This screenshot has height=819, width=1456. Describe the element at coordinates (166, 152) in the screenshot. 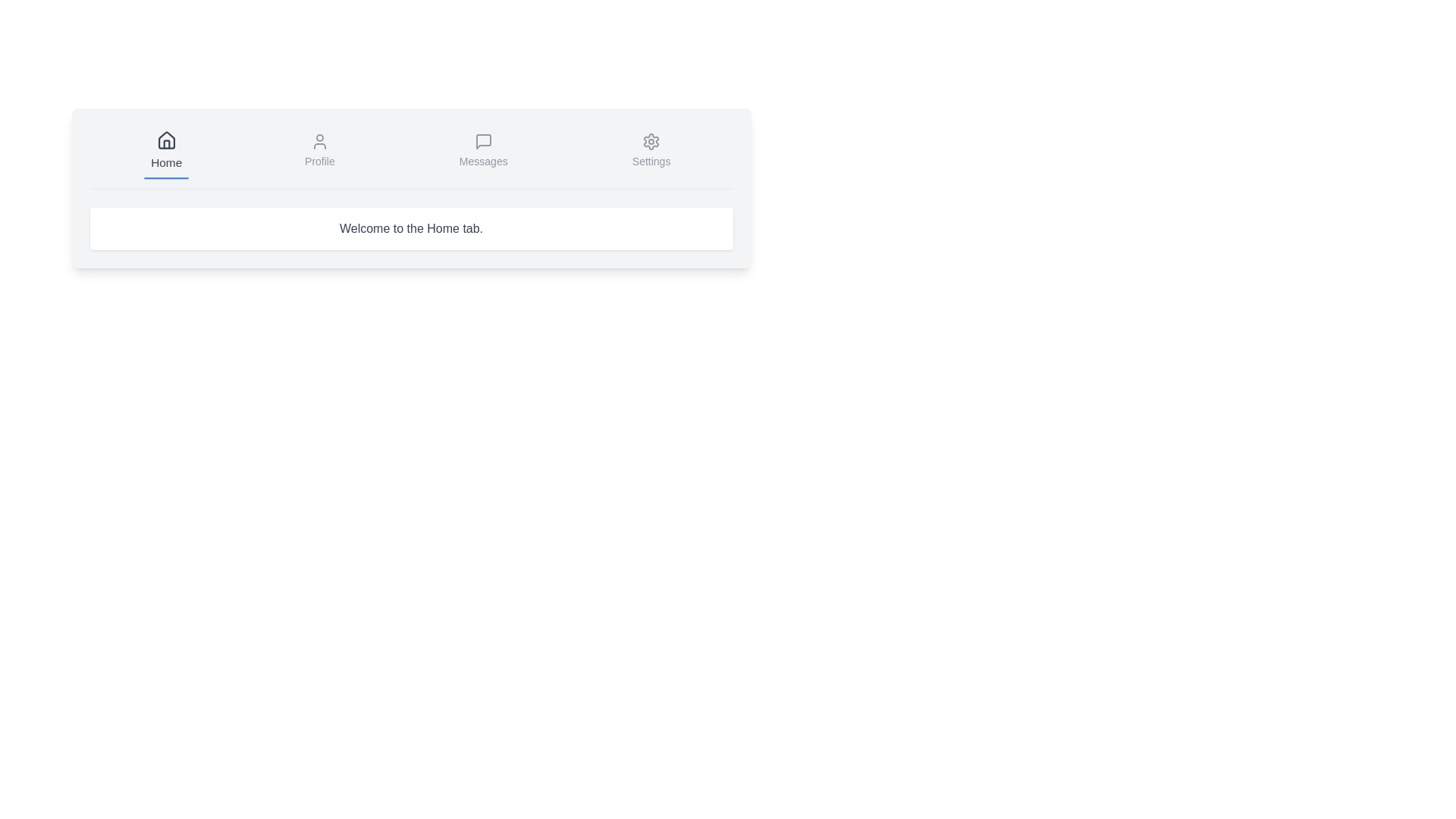

I see `the Home tab by clicking on its button` at that location.